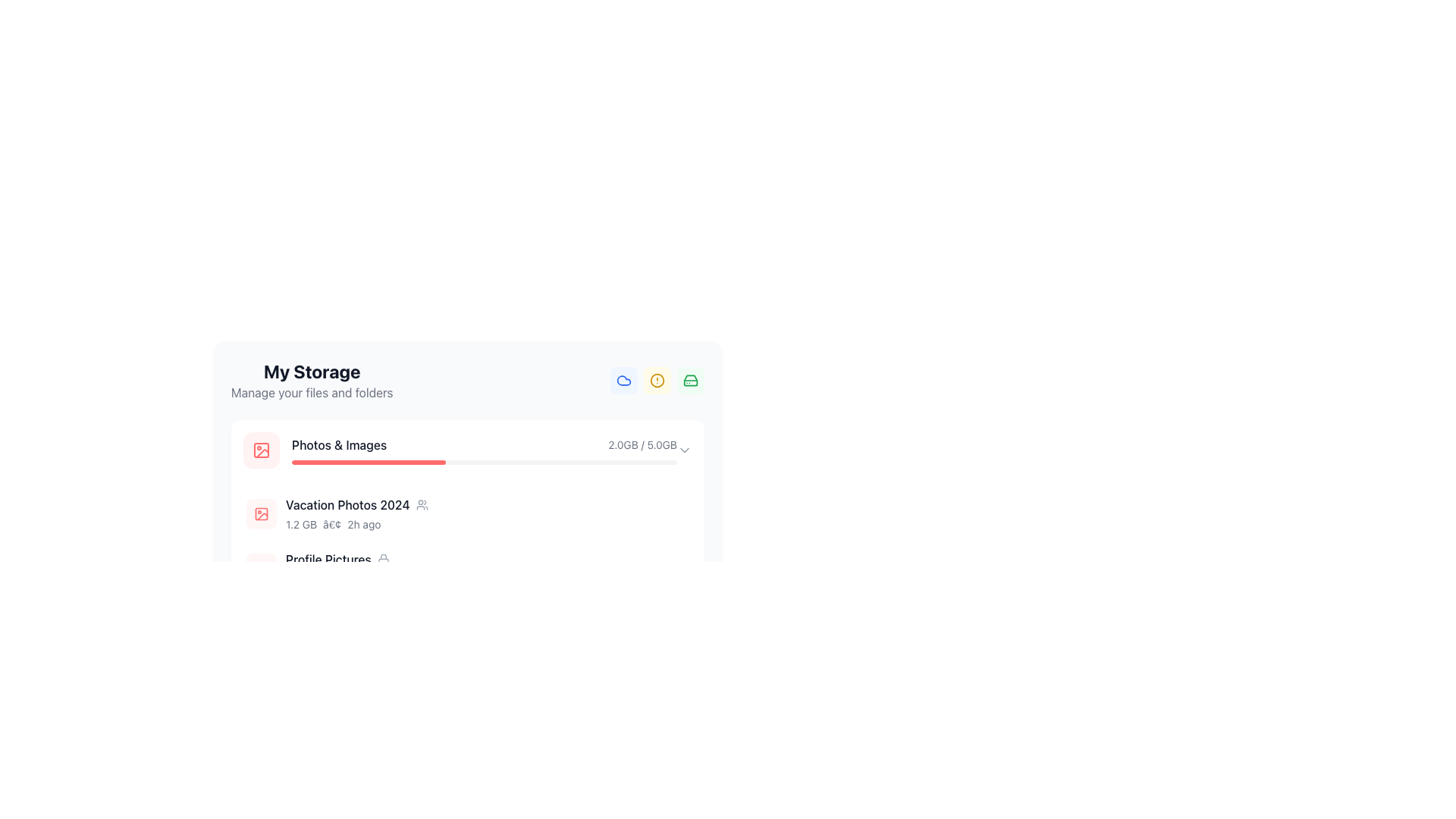 This screenshot has width=1456, height=819. What do you see at coordinates (459, 450) in the screenshot?
I see `the 'Photos & Images' progress bar in the storage management interface` at bounding box center [459, 450].